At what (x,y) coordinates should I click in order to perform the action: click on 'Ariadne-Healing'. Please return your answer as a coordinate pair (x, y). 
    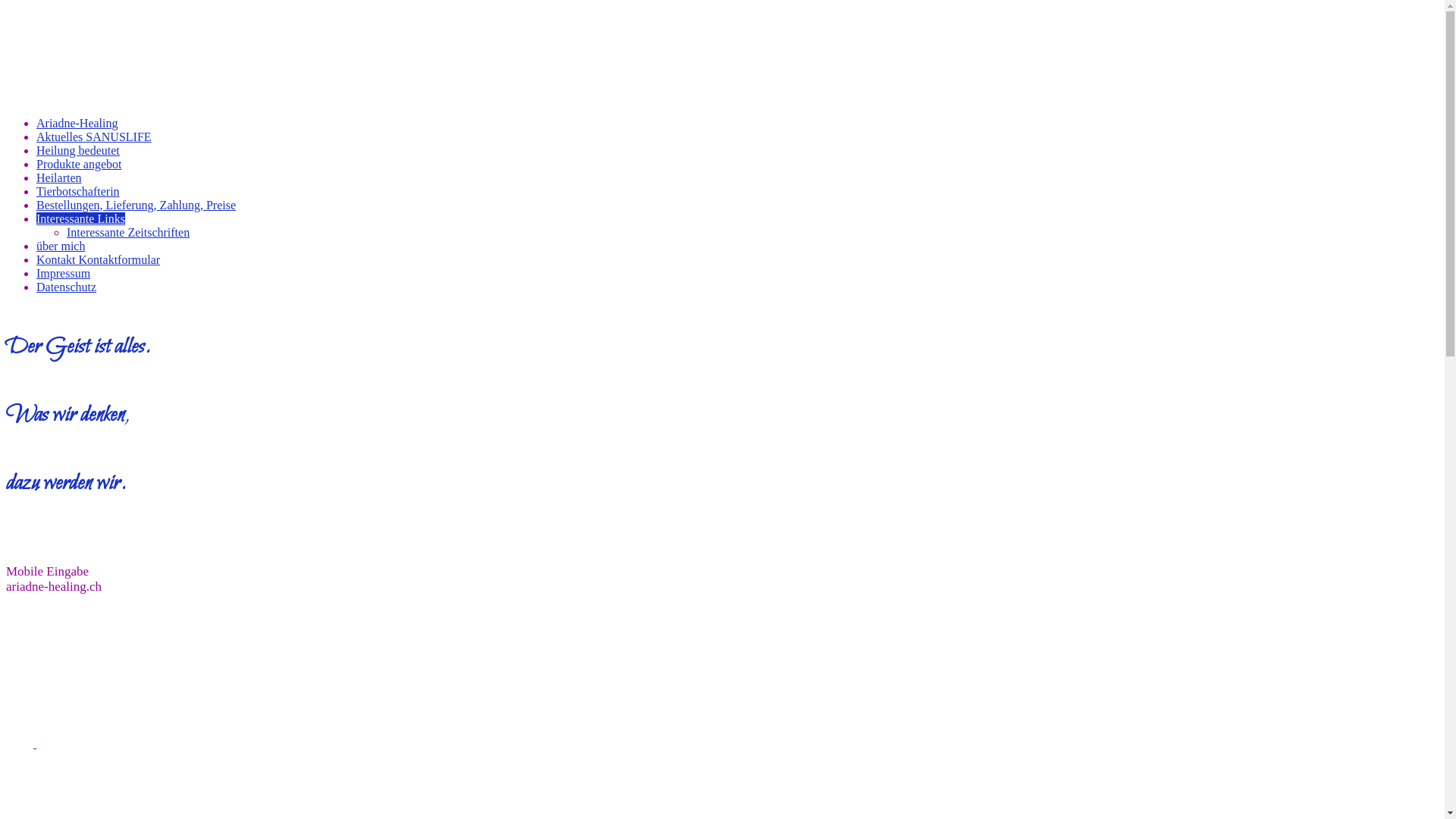
    Looking at the image, I should click on (36, 122).